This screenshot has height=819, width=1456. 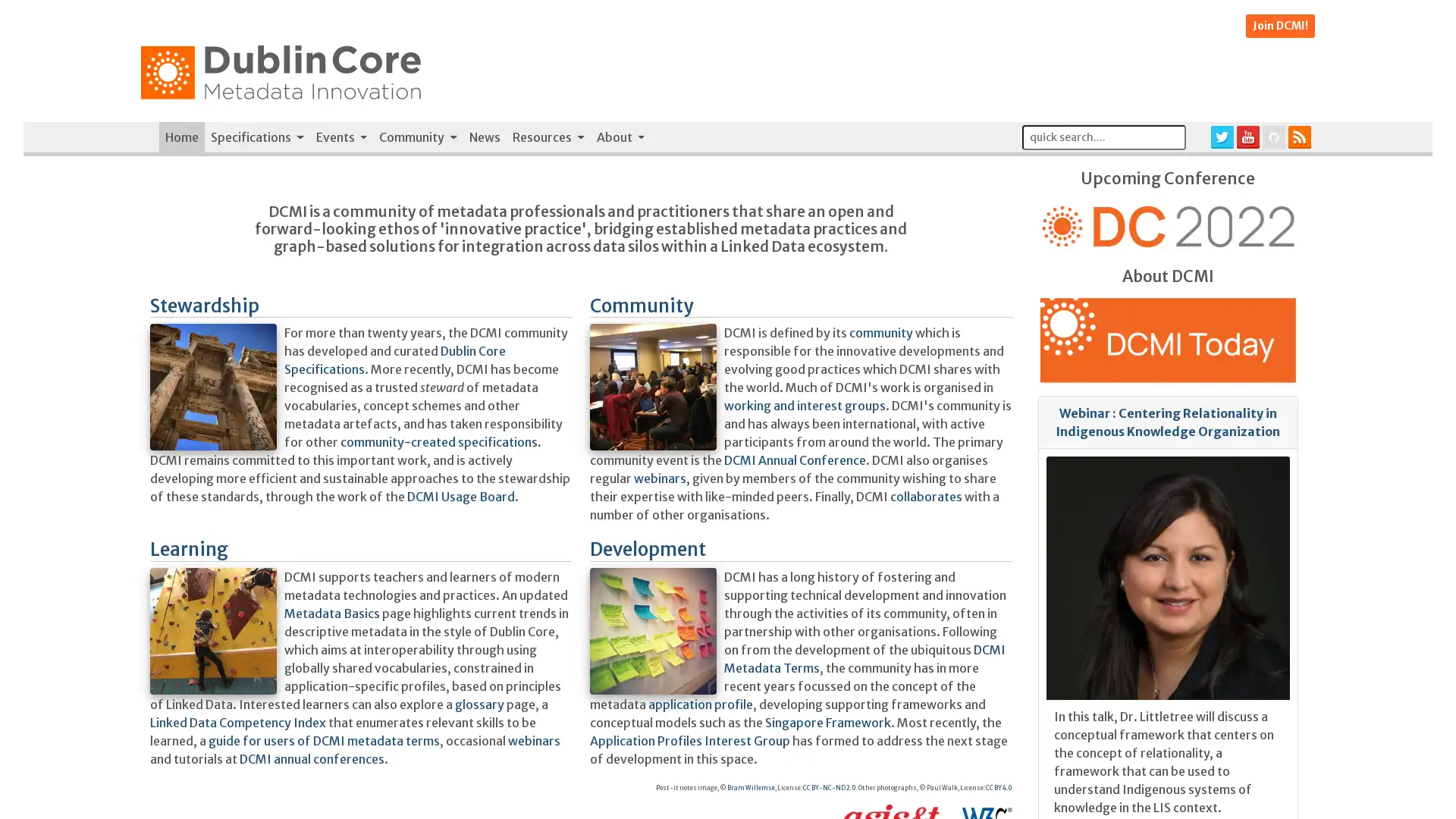 What do you see at coordinates (1279, 26) in the screenshot?
I see `Join DCMI!` at bounding box center [1279, 26].